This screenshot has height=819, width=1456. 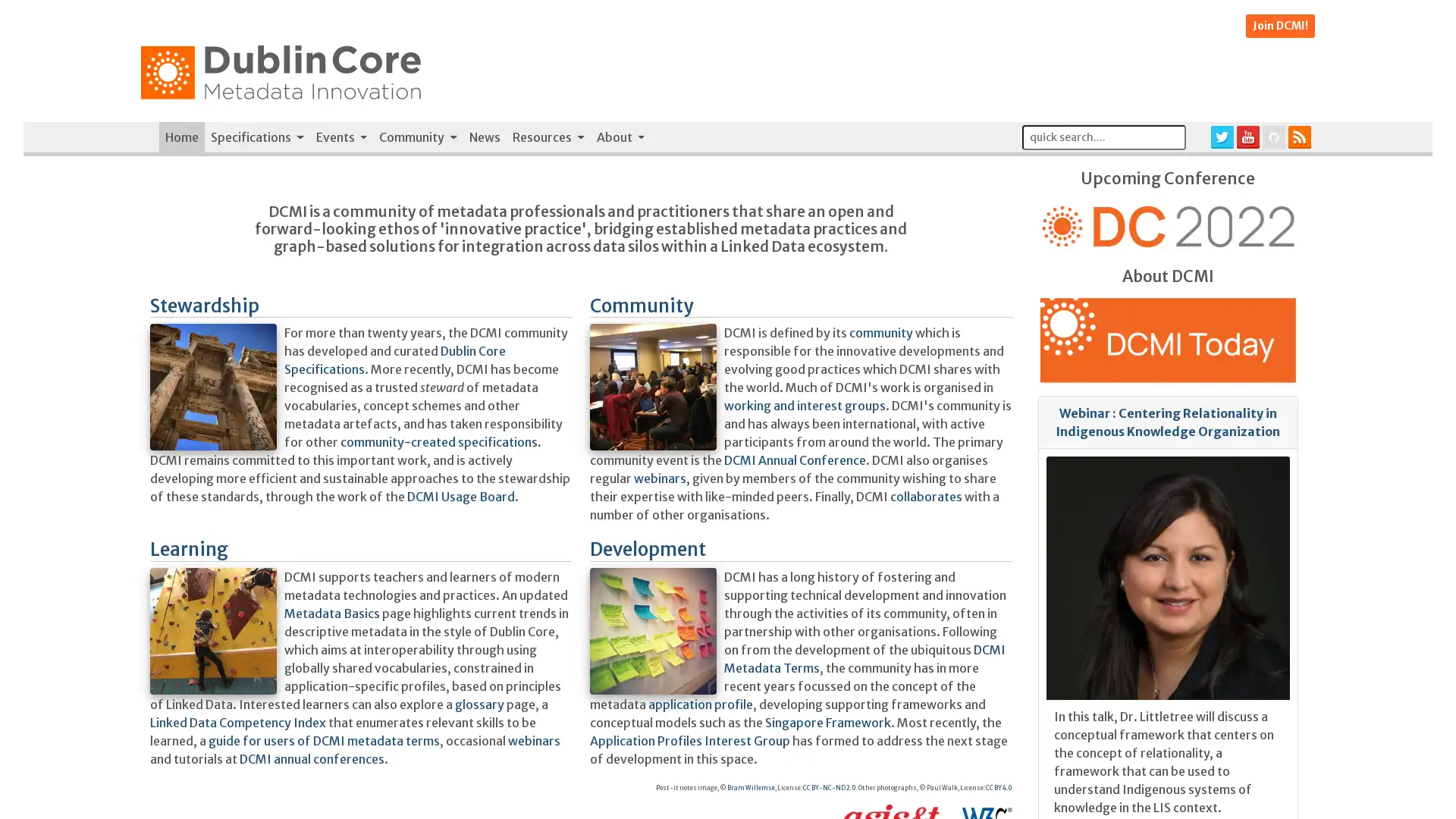 What do you see at coordinates (1279, 26) in the screenshot?
I see `Join DCMI!` at bounding box center [1279, 26].